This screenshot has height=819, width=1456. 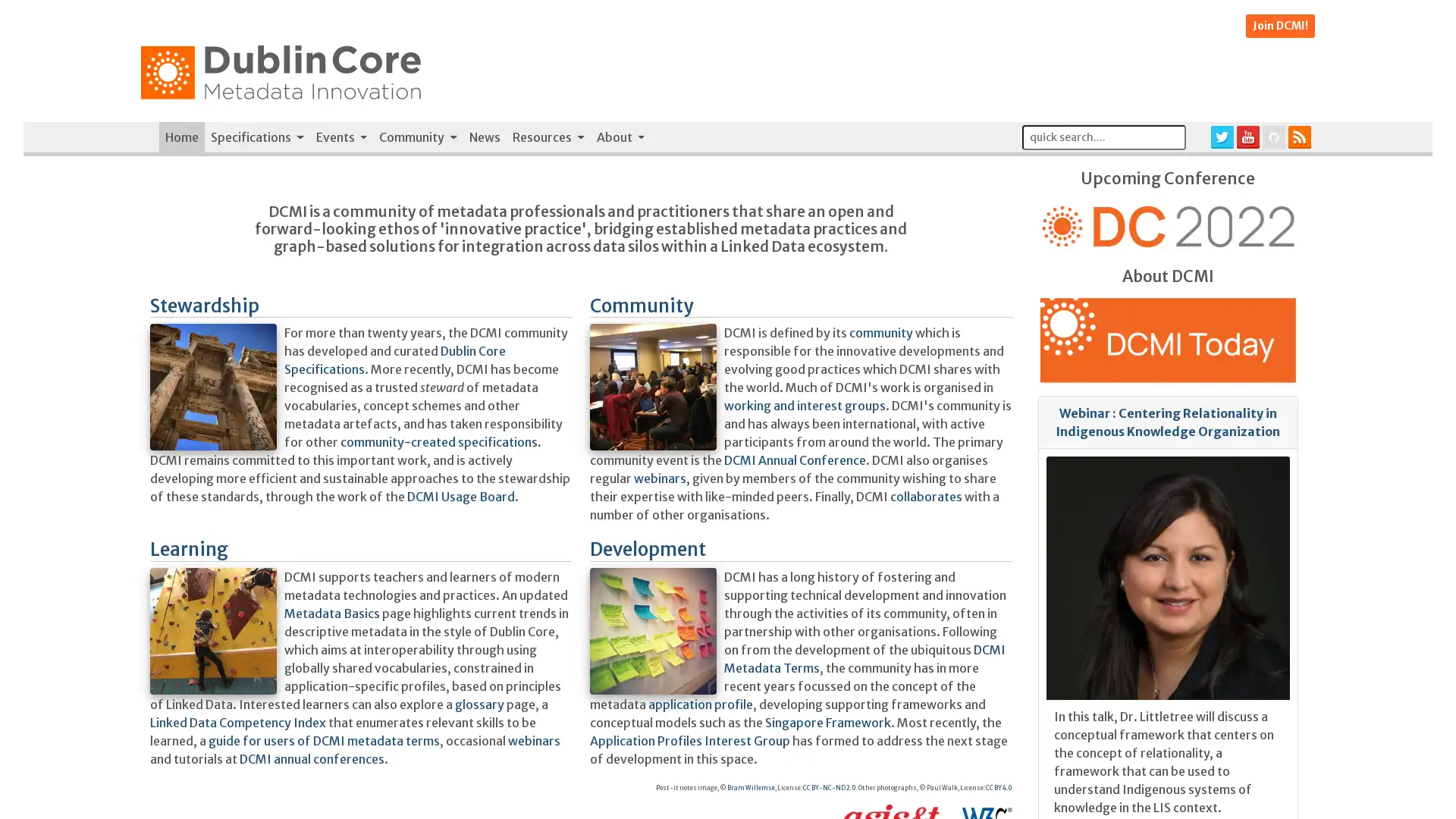 What do you see at coordinates (1279, 26) in the screenshot?
I see `Join DCMI!` at bounding box center [1279, 26].